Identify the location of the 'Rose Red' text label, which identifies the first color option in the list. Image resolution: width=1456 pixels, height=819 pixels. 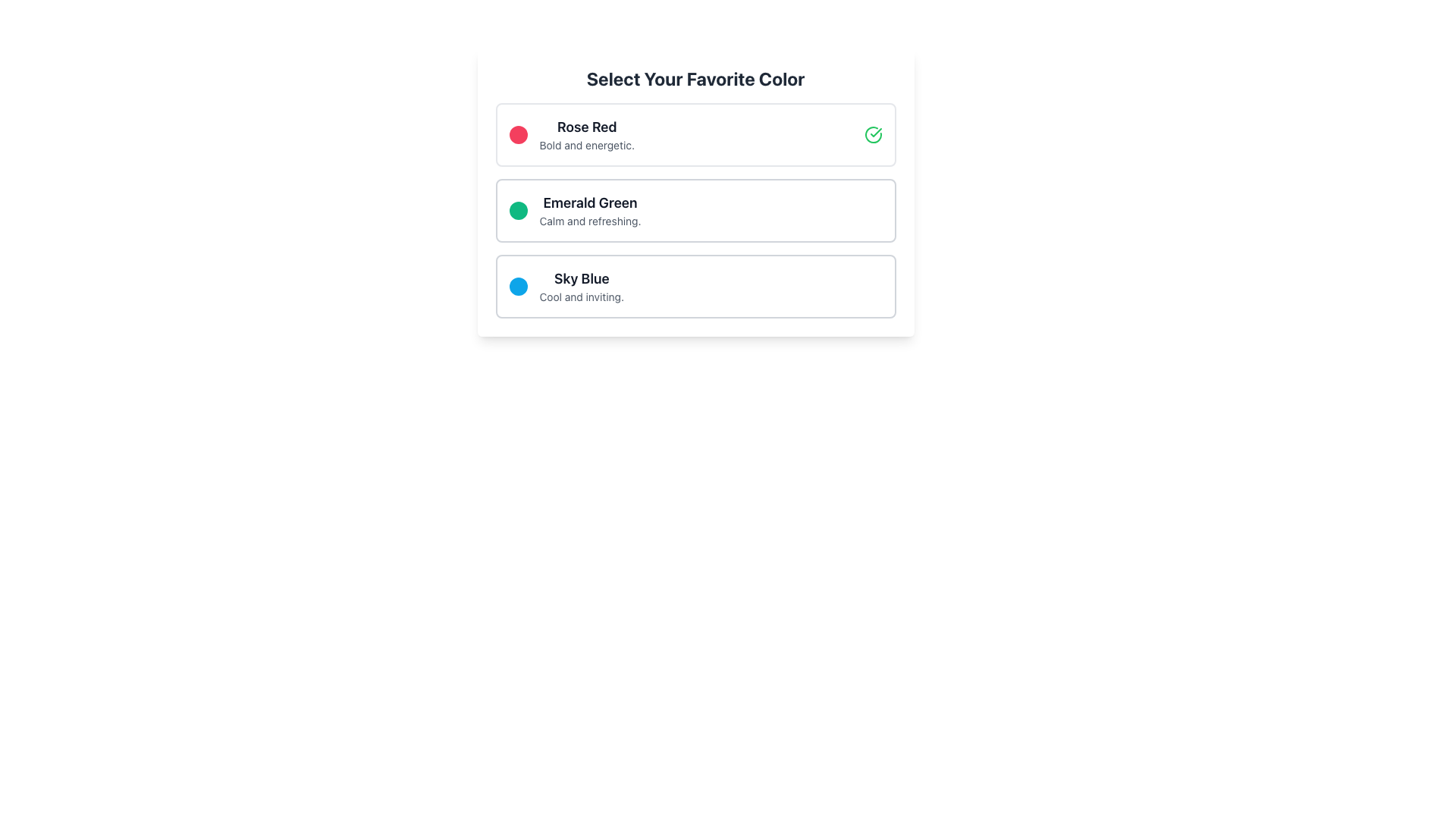
(586, 127).